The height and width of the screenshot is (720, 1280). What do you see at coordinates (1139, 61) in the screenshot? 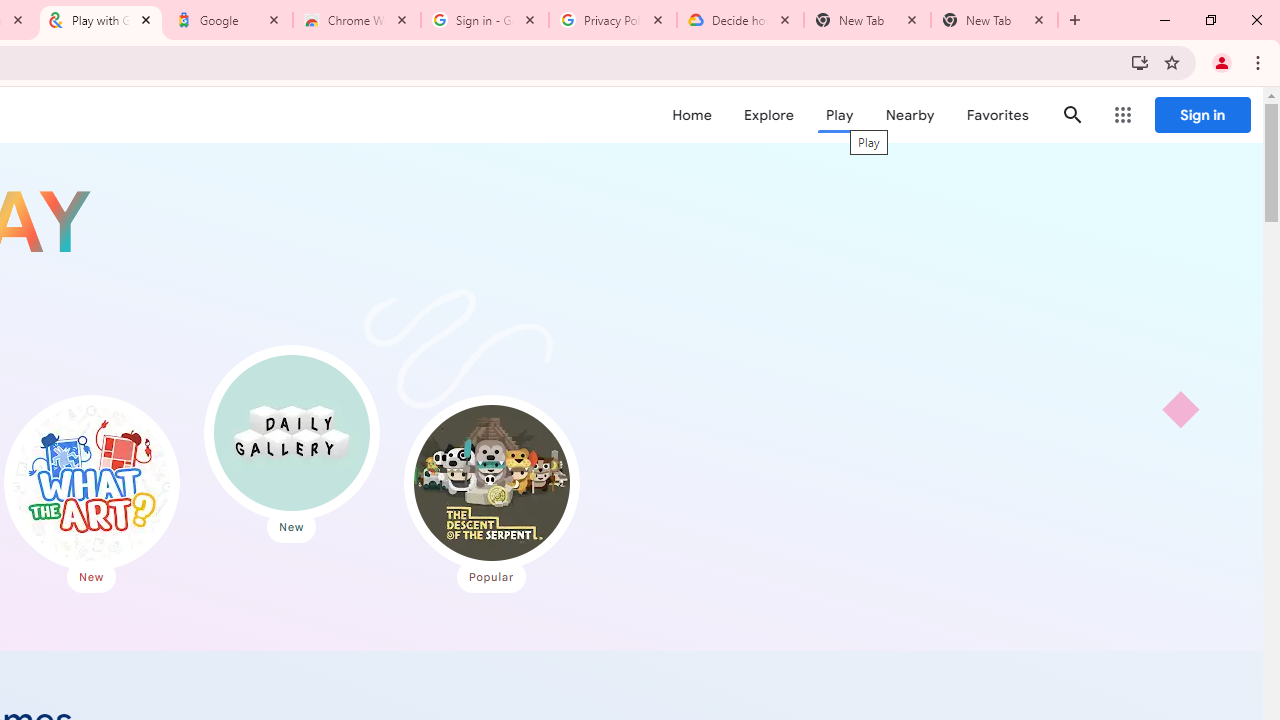
I see `'Install Google Arts & Culture'` at bounding box center [1139, 61].